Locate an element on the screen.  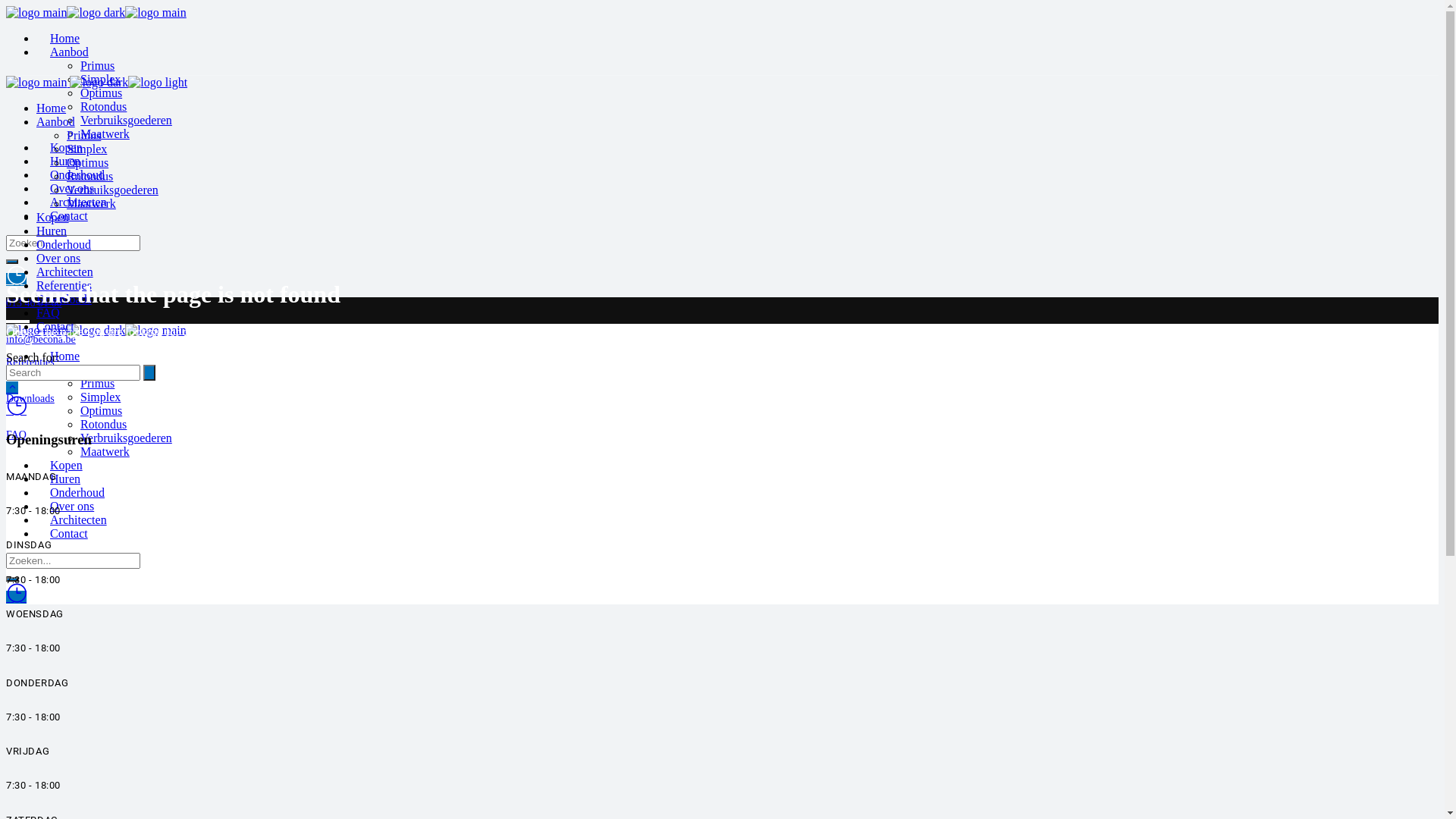
'Home' is located at coordinates (51, 107).